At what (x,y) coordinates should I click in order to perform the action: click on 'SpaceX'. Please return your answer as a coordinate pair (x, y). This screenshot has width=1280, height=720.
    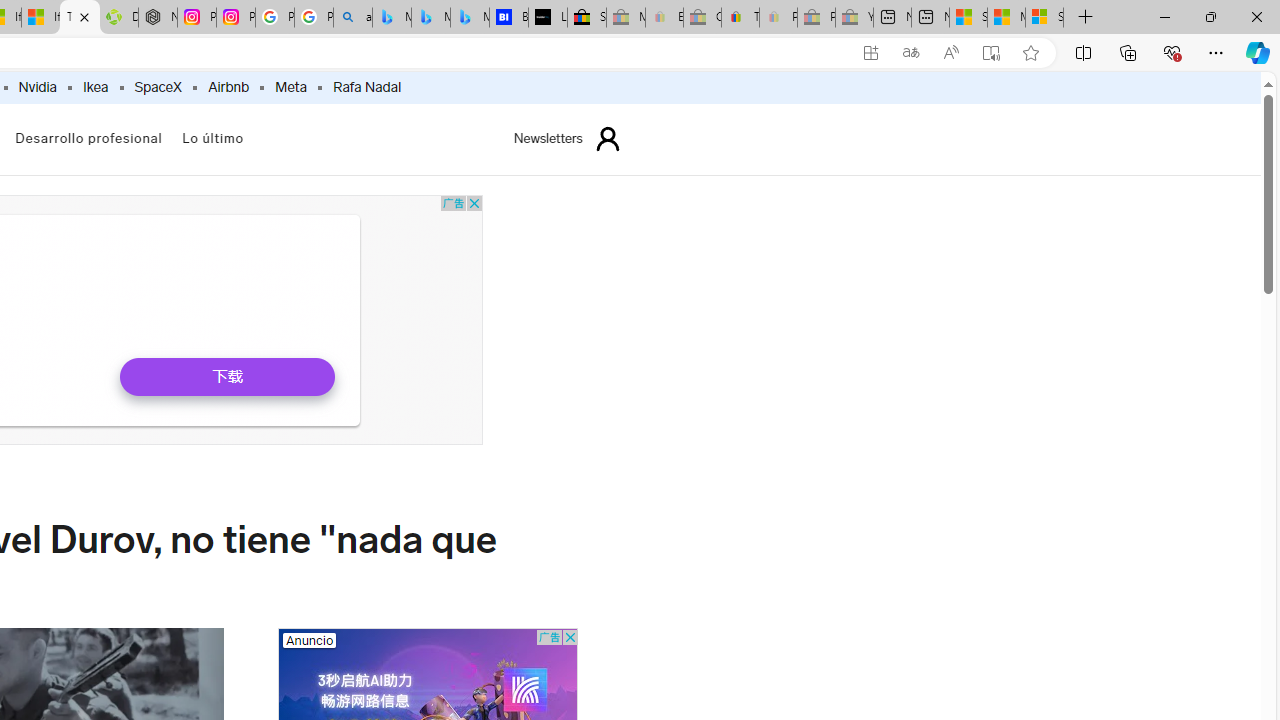
    Looking at the image, I should click on (156, 87).